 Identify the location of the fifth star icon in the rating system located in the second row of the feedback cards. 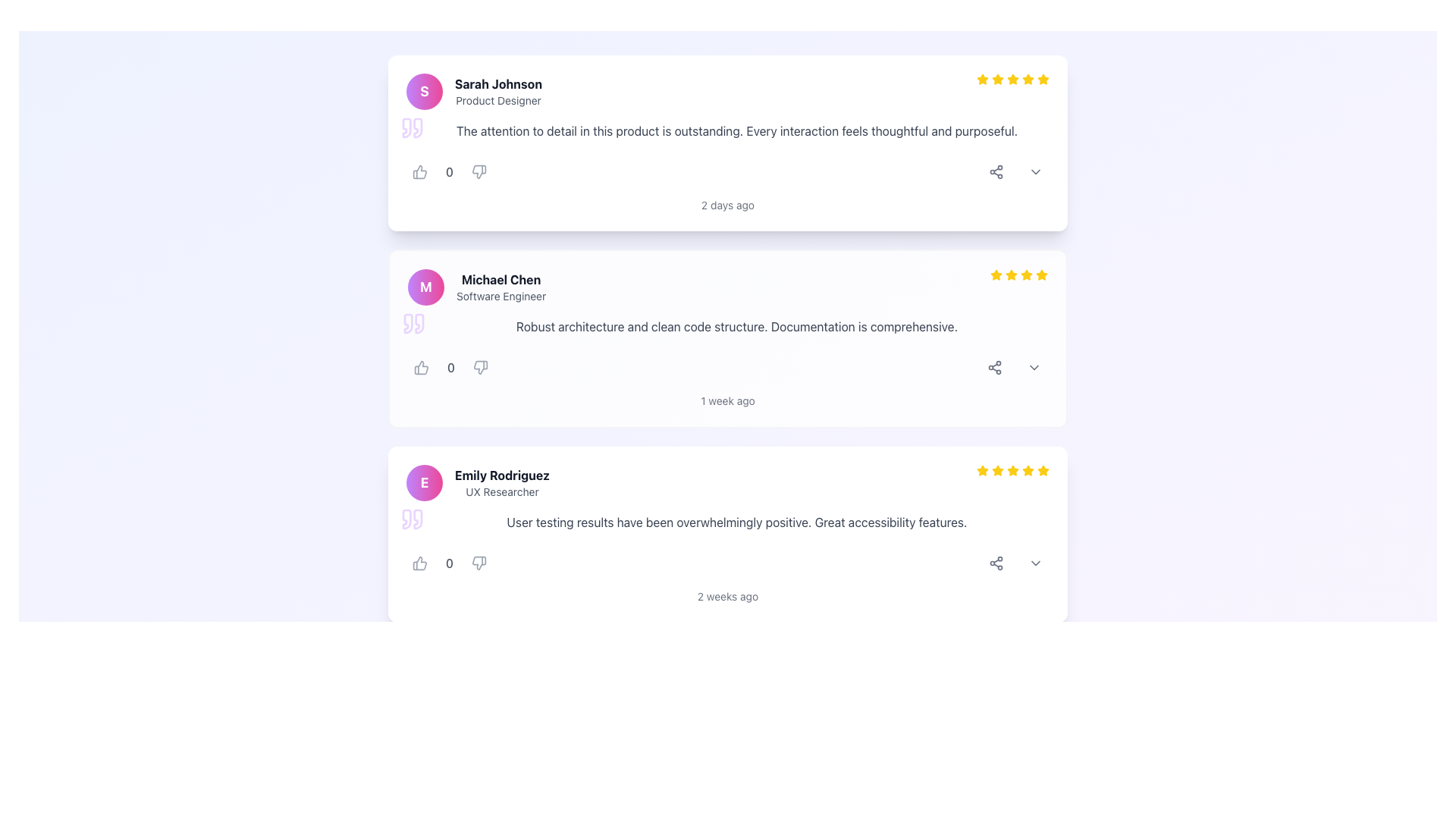
(1040, 275).